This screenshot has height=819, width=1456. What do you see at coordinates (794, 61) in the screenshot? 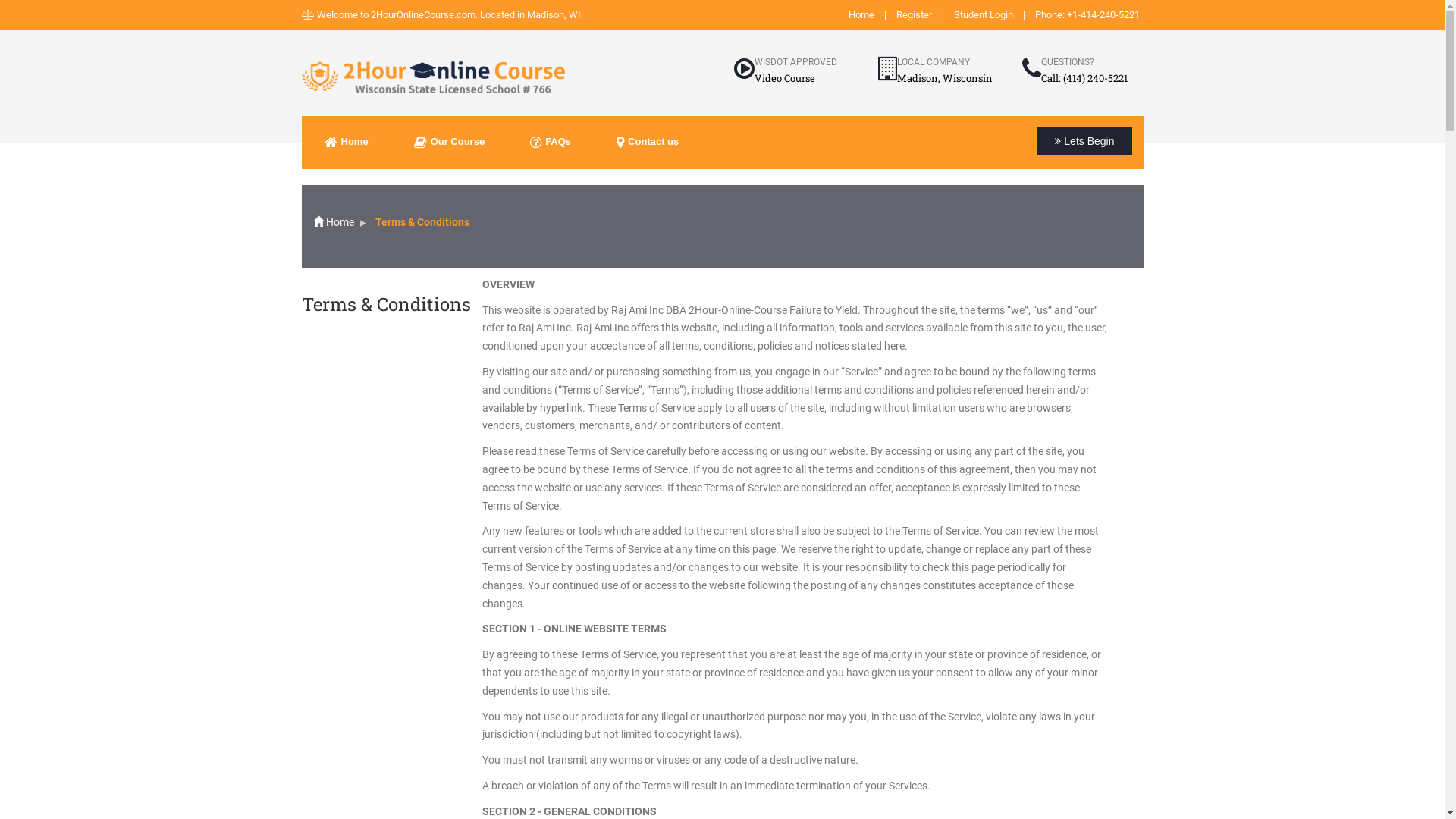
I see `'WISDOT APPROVED'` at bounding box center [794, 61].